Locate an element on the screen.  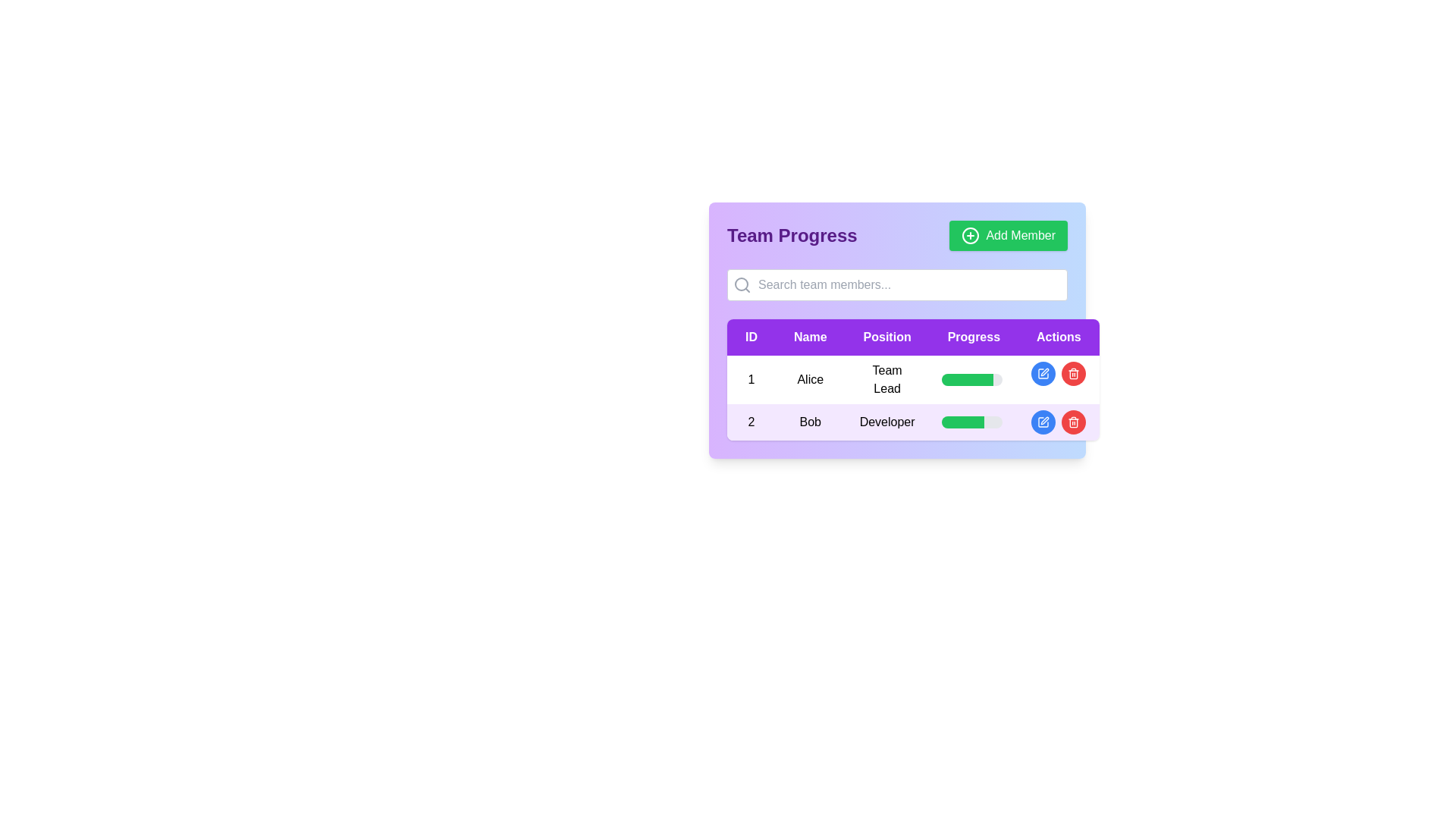
the Static Text displaying the number '2' in the first column of the second row of the table interface is located at coordinates (751, 422).